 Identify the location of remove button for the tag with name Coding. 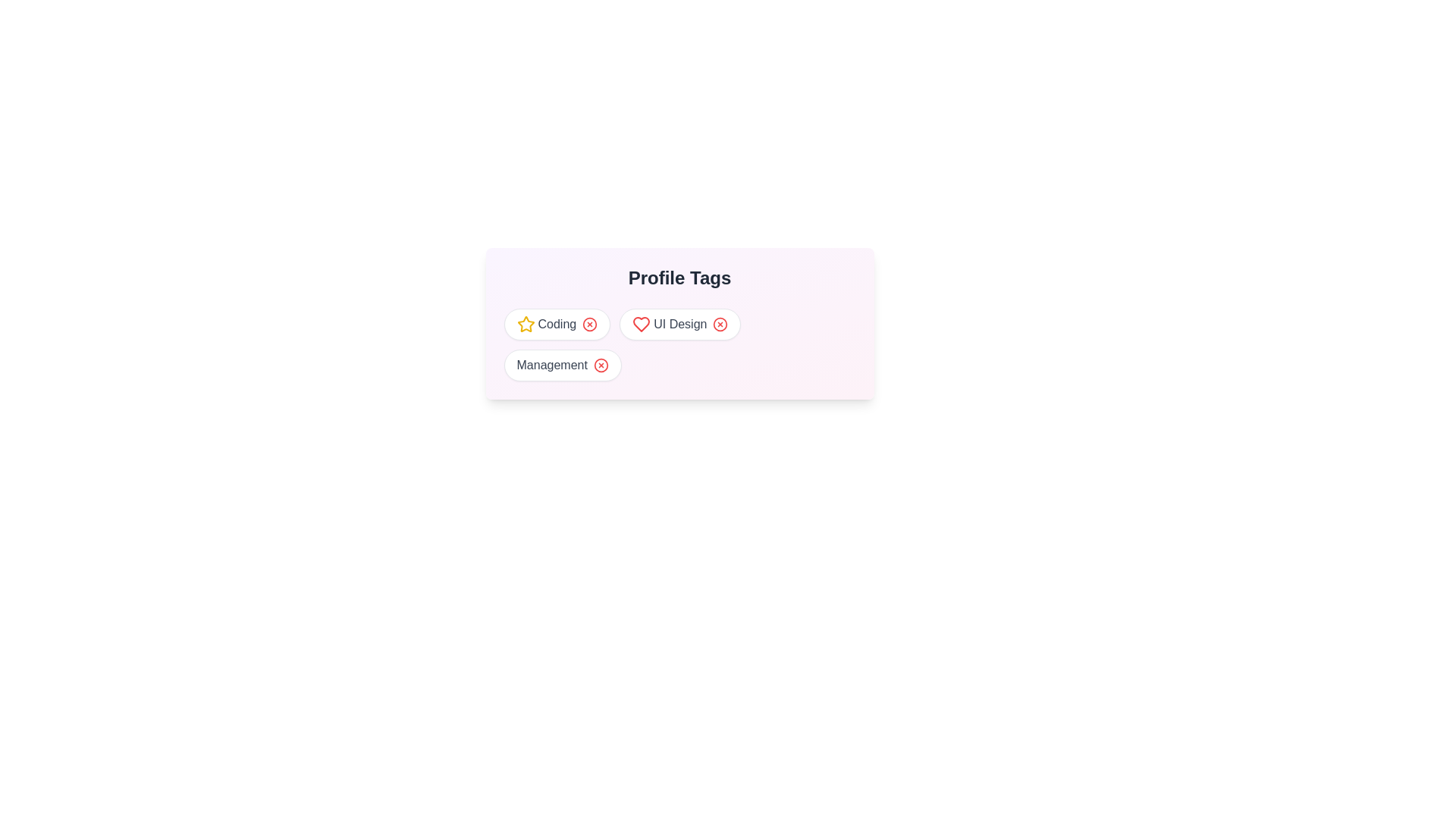
(589, 324).